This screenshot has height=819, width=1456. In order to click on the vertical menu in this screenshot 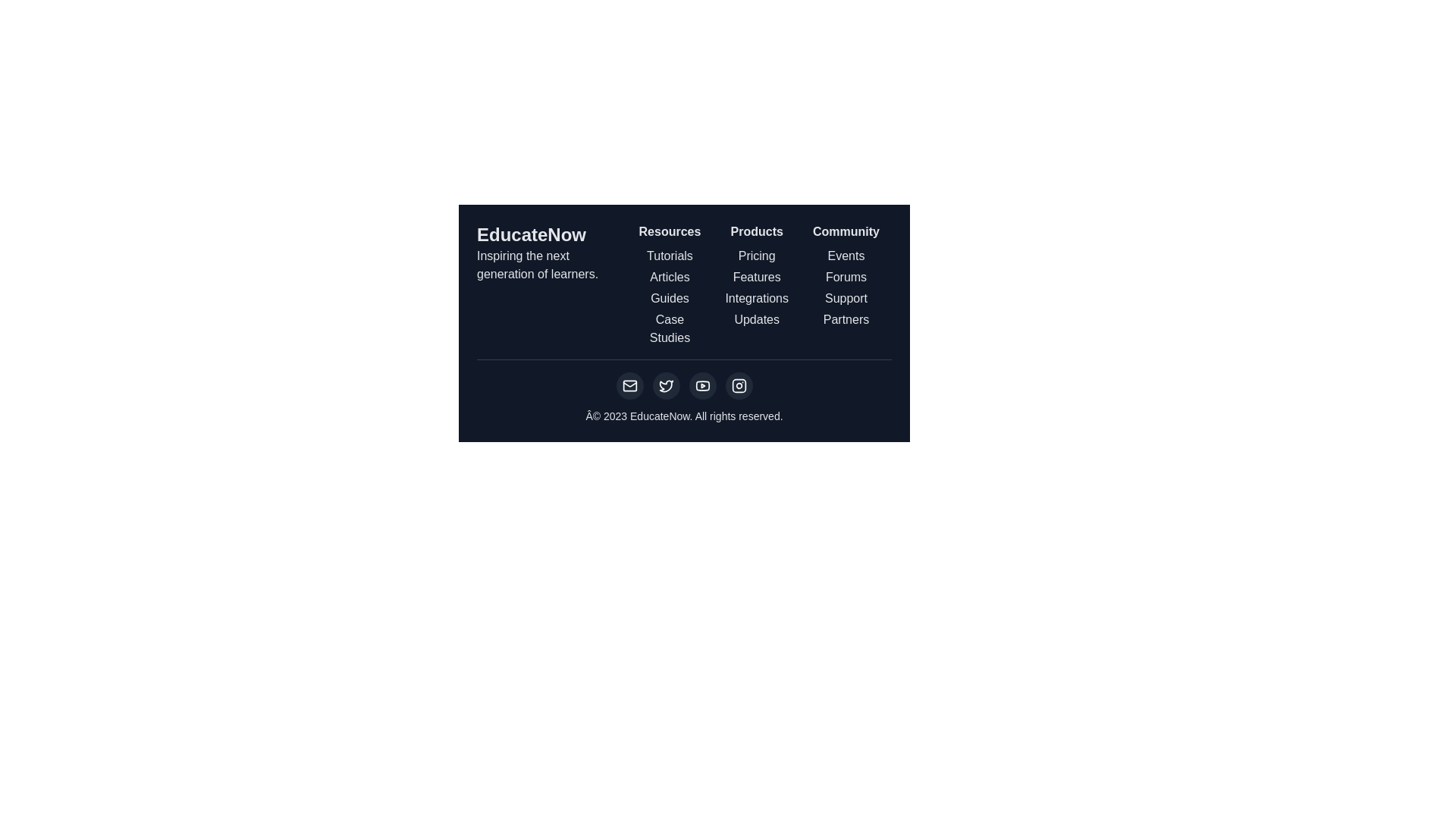, I will do `click(757, 288)`.